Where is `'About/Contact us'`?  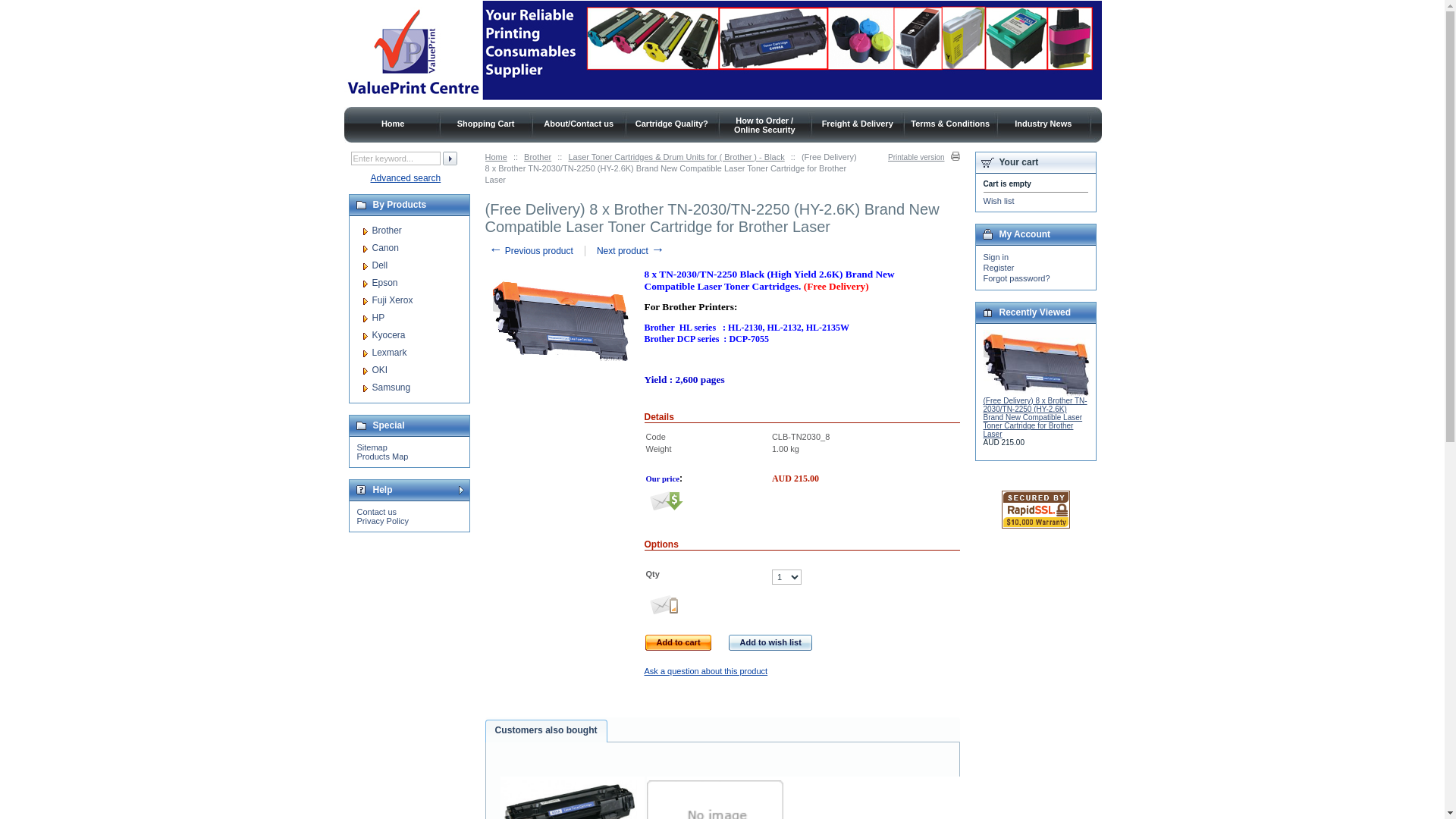 'About/Contact us' is located at coordinates (578, 122).